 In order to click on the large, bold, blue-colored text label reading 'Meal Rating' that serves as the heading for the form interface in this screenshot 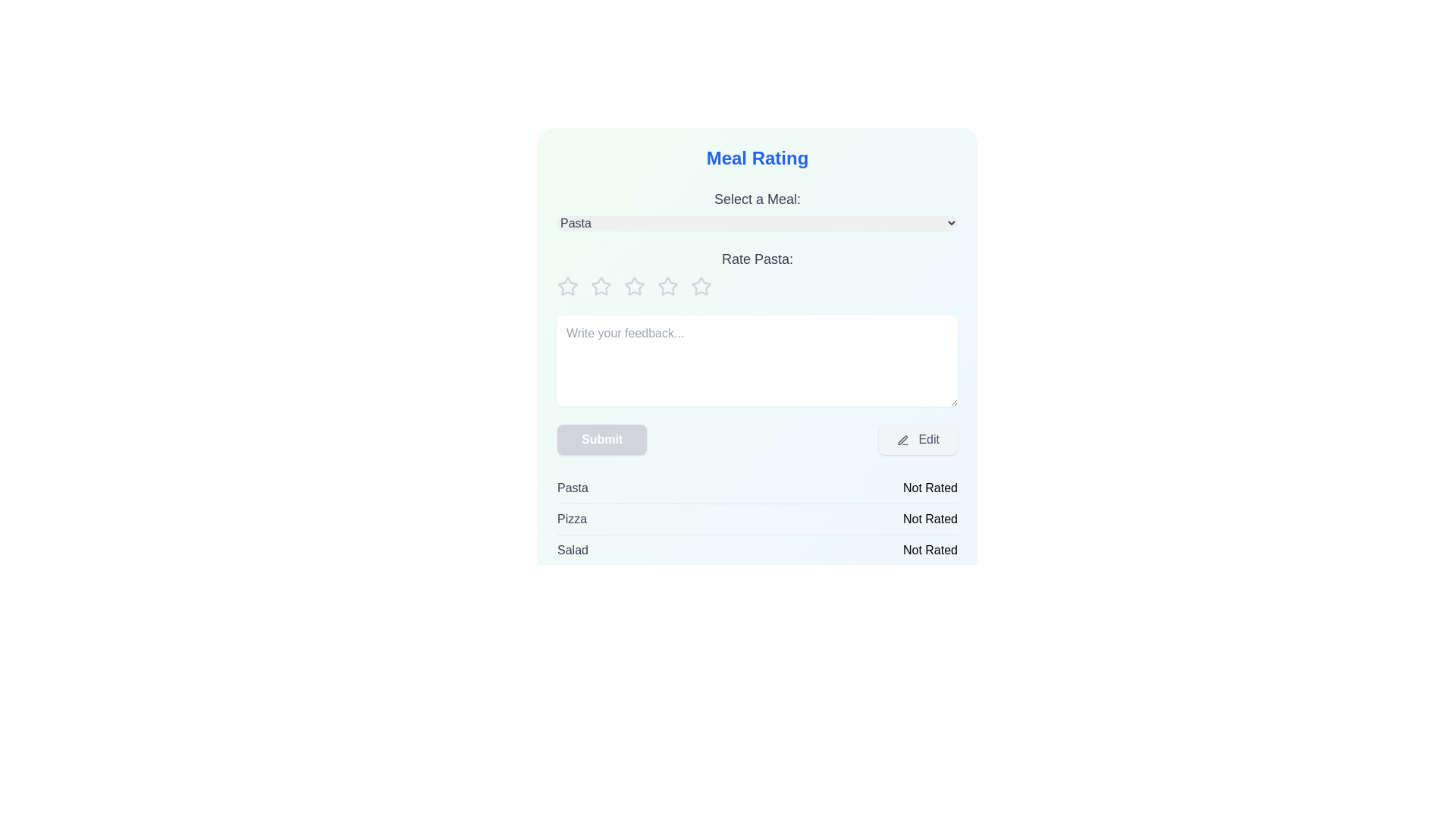, I will do `click(757, 158)`.